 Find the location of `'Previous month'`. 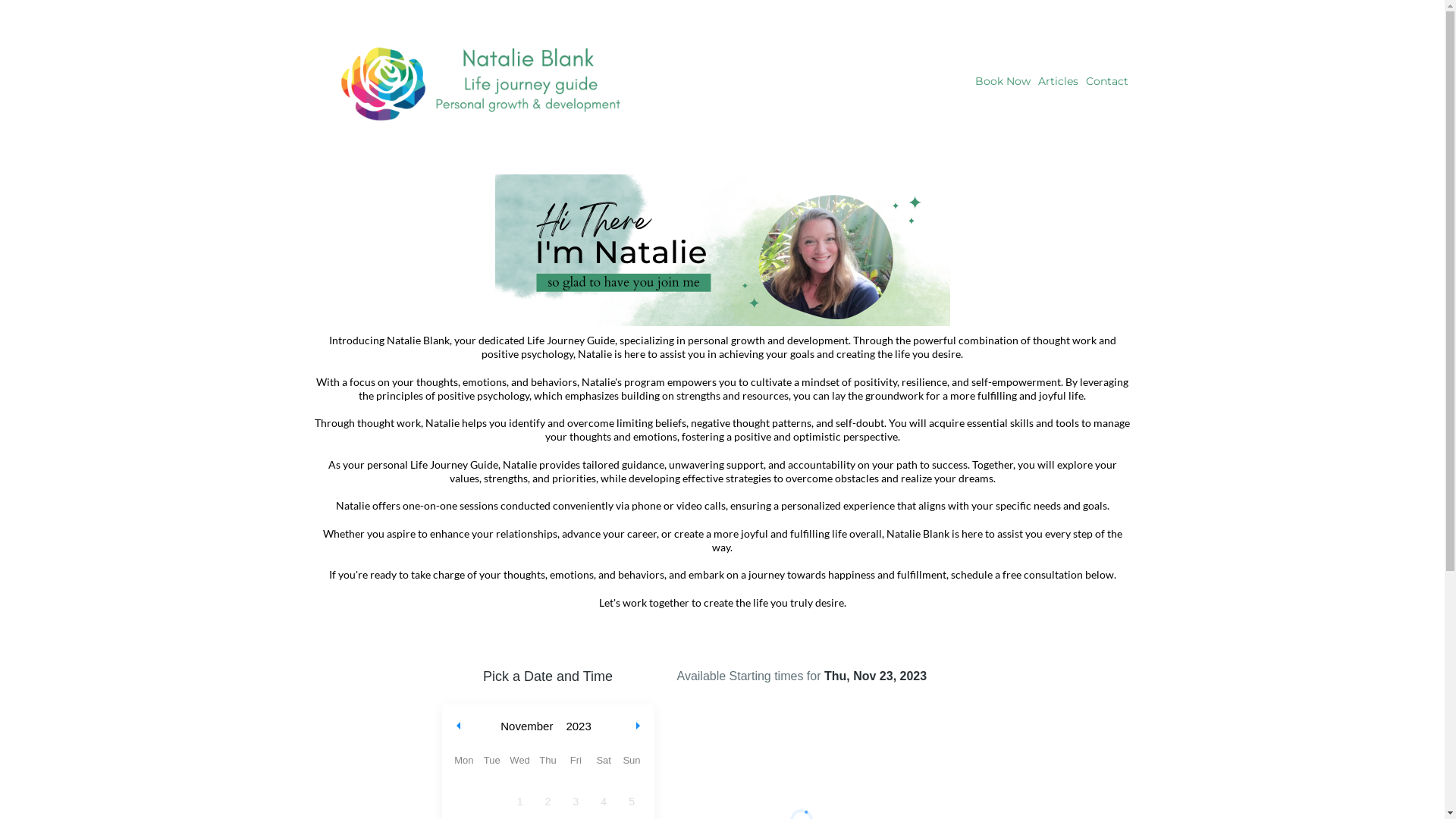

'Previous month' is located at coordinates (439, 725).